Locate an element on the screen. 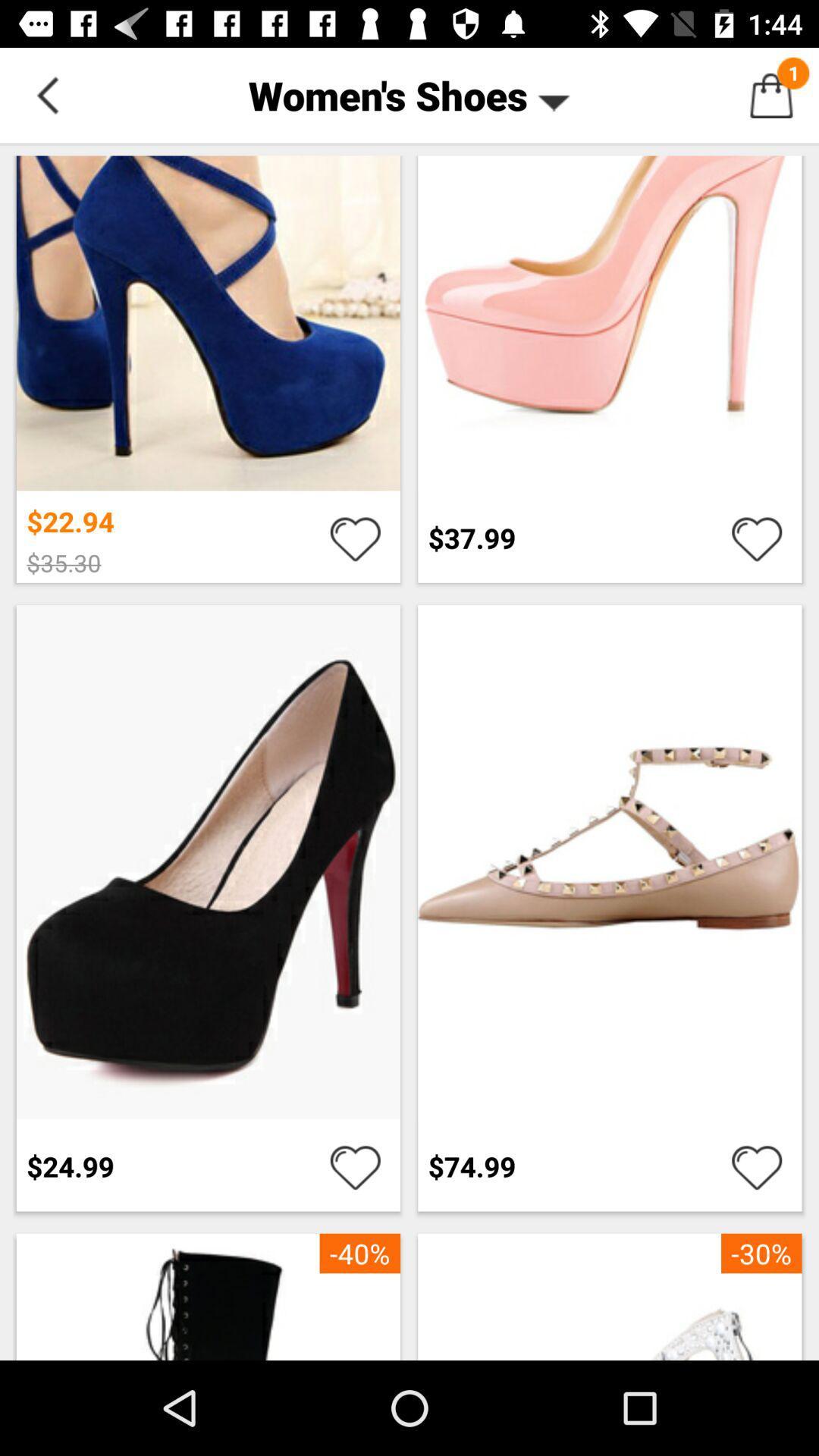 The height and width of the screenshot is (1456, 819). to favorites is located at coordinates (757, 1166).